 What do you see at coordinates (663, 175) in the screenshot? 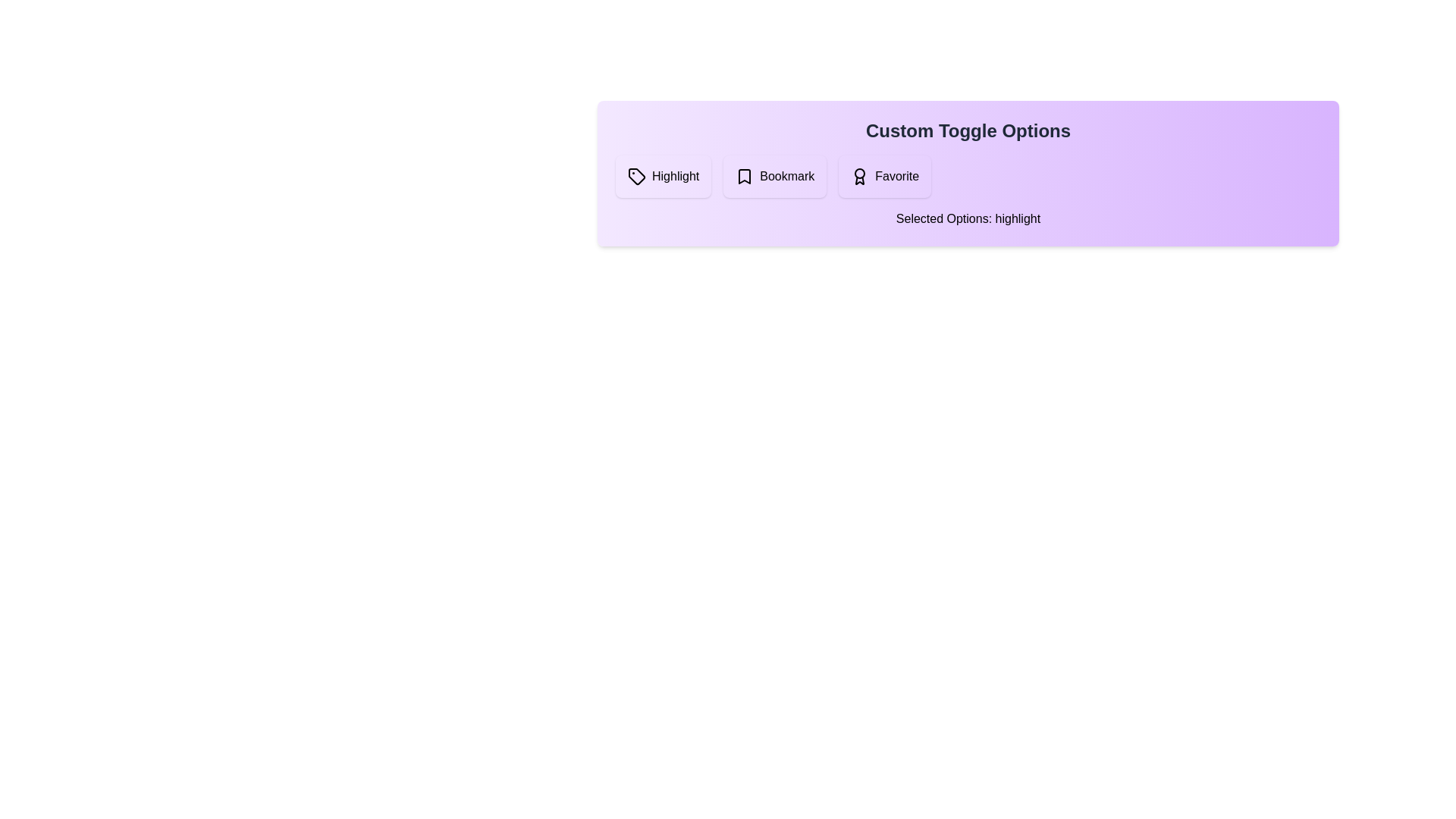
I see `the 'Highlight' button to toggle its state` at bounding box center [663, 175].